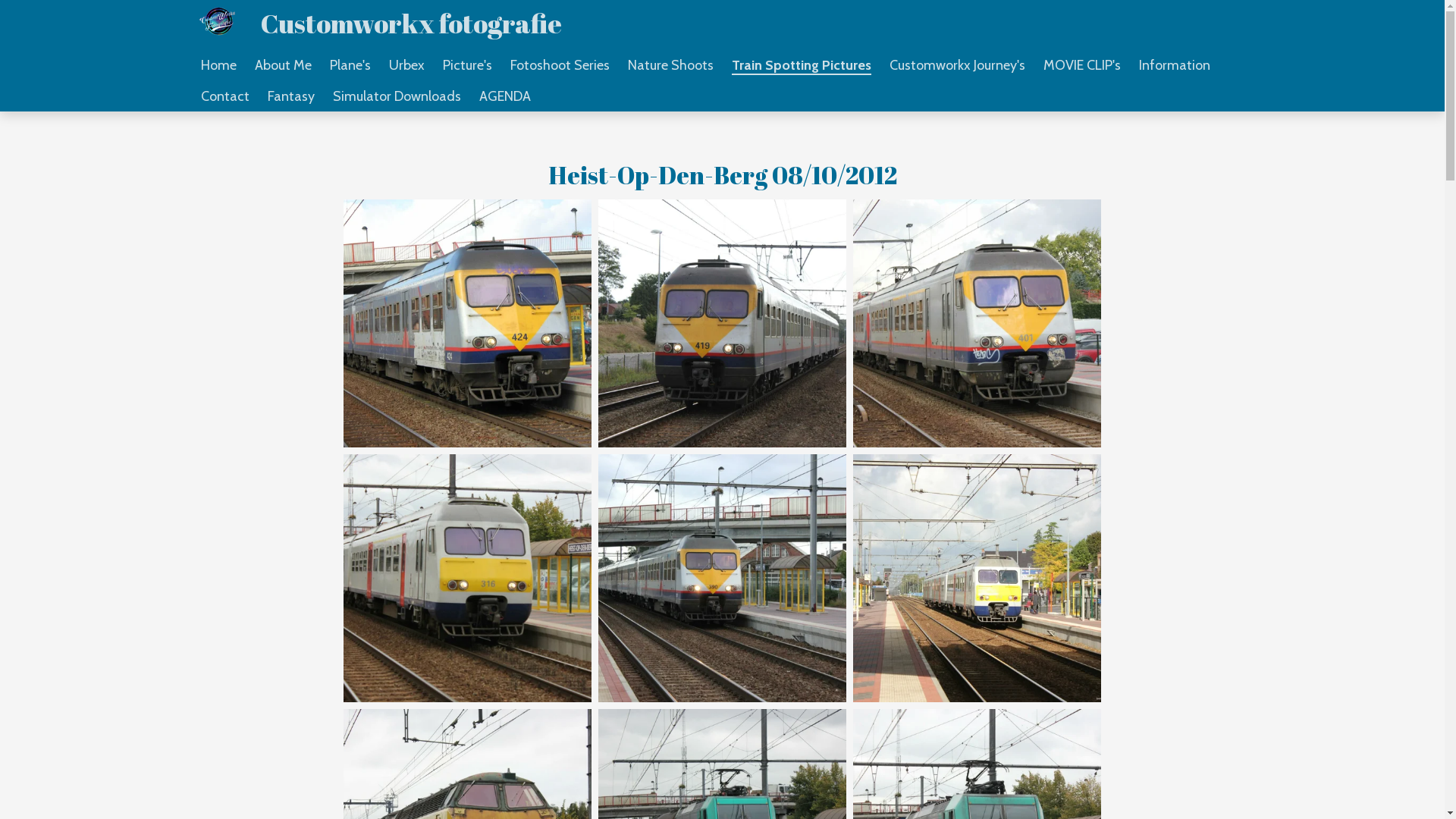 This screenshot has width=1456, height=819. I want to click on 'Fotoshoot Series', so click(558, 64).